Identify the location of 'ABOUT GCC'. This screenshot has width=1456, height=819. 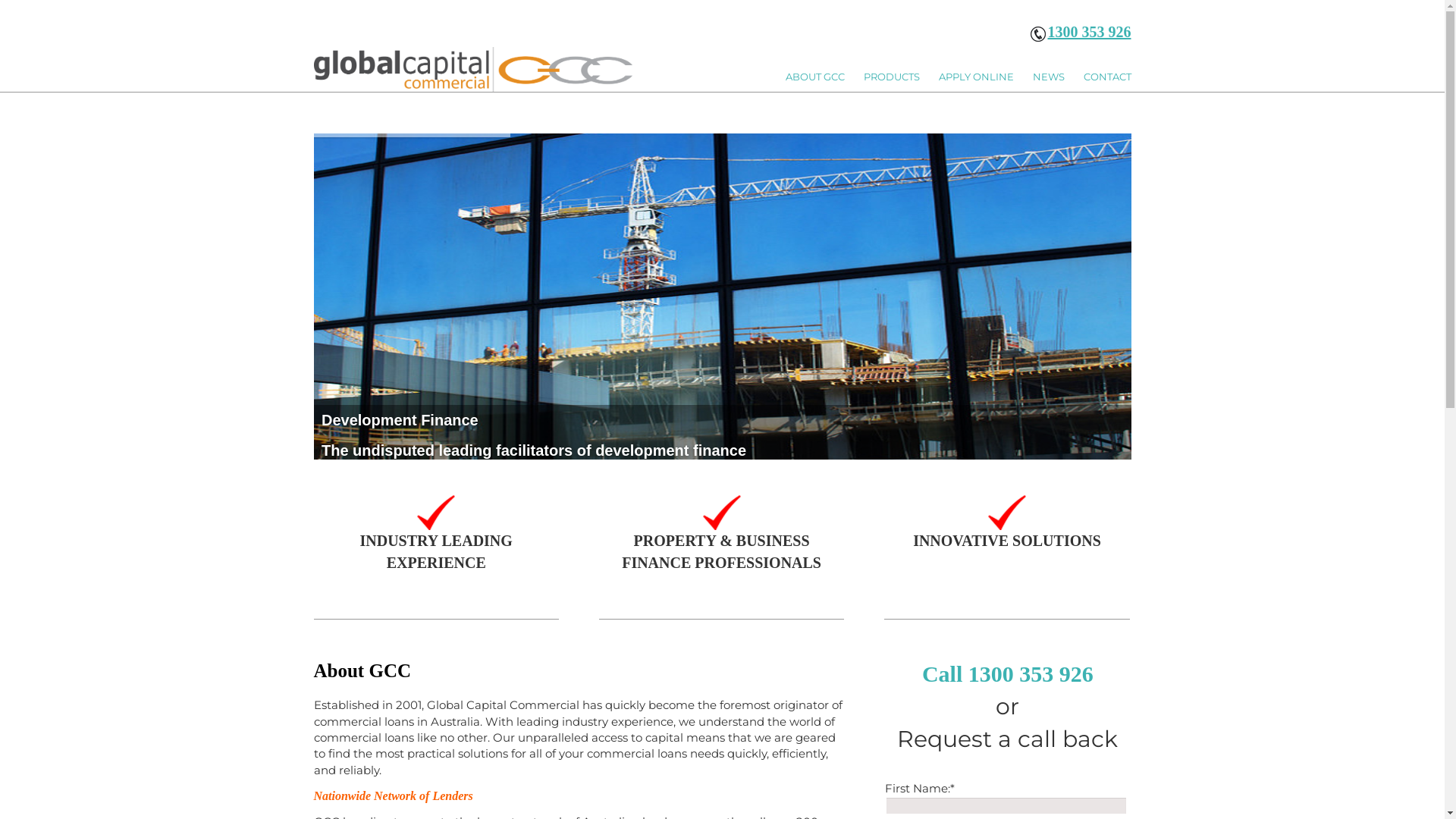
(824, 76).